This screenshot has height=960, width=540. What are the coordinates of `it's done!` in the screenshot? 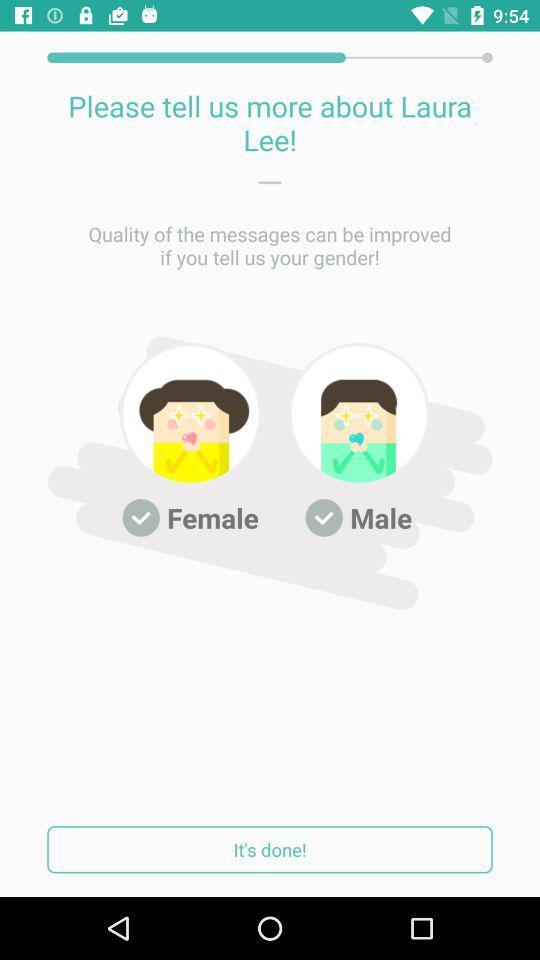 It's located at (270, 848).